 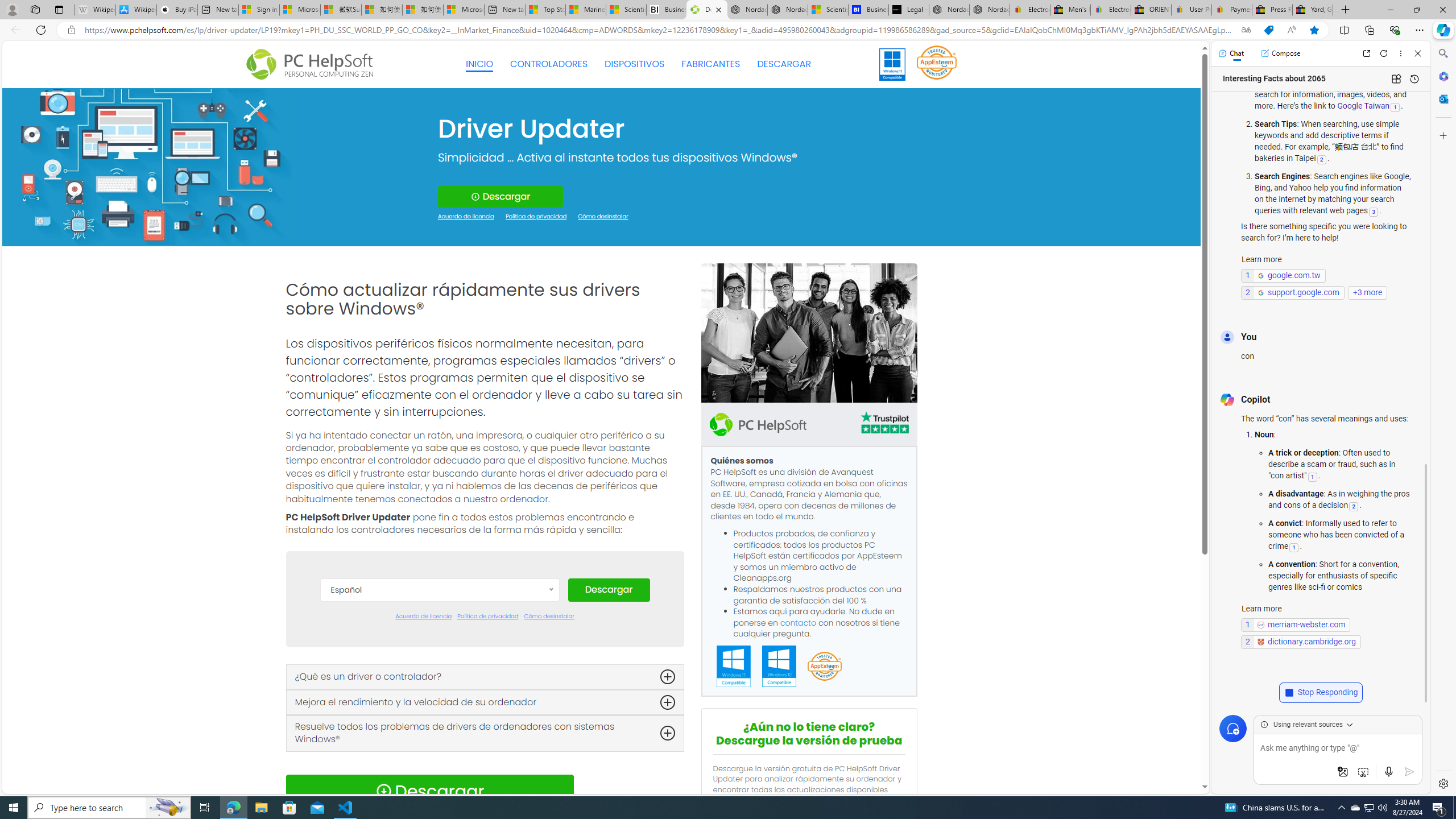 I want to click on 'INICIO', so click(x=479, y=64).